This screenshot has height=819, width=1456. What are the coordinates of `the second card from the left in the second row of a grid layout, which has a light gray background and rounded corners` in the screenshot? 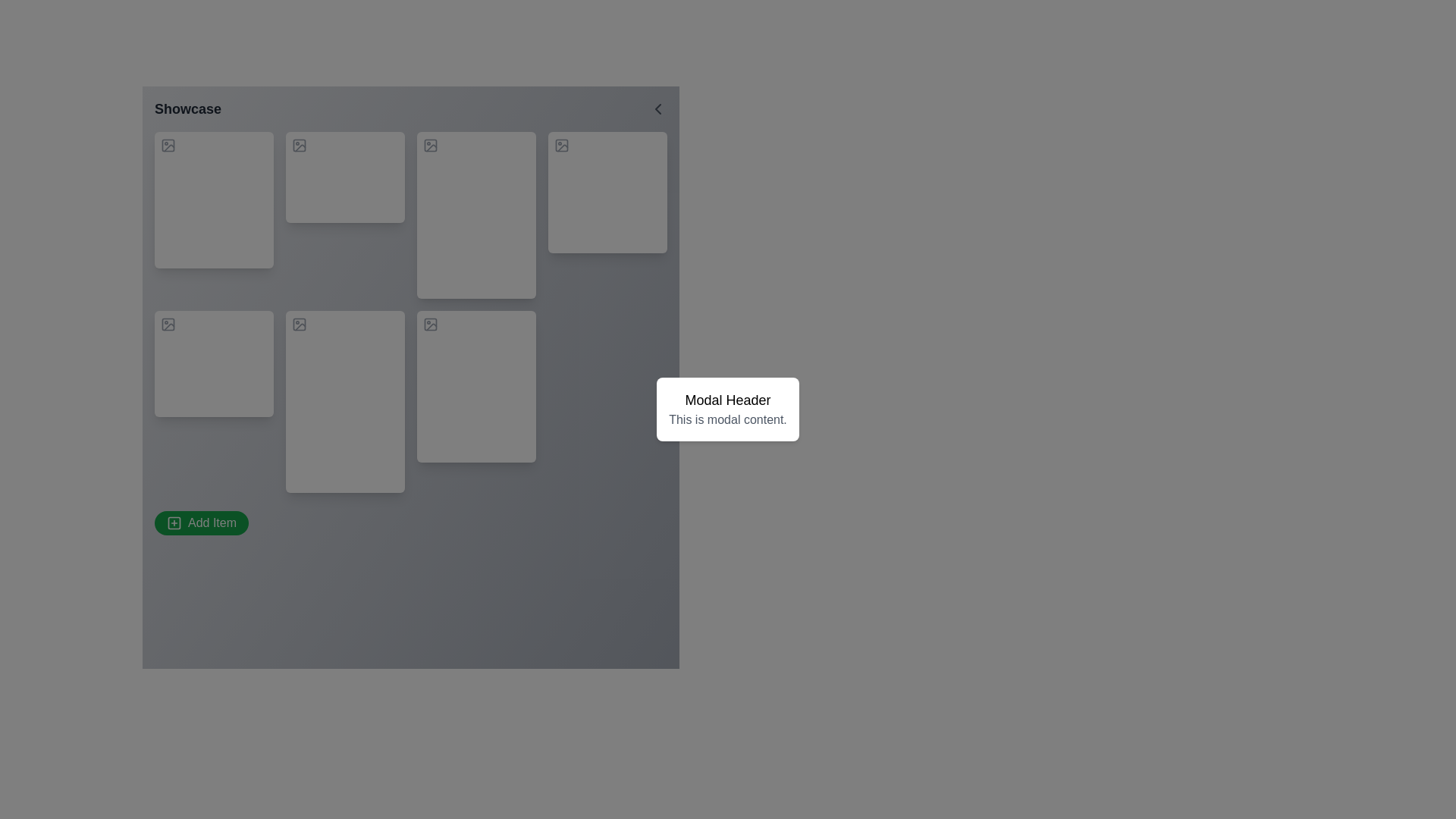 It's located at (344, 400).